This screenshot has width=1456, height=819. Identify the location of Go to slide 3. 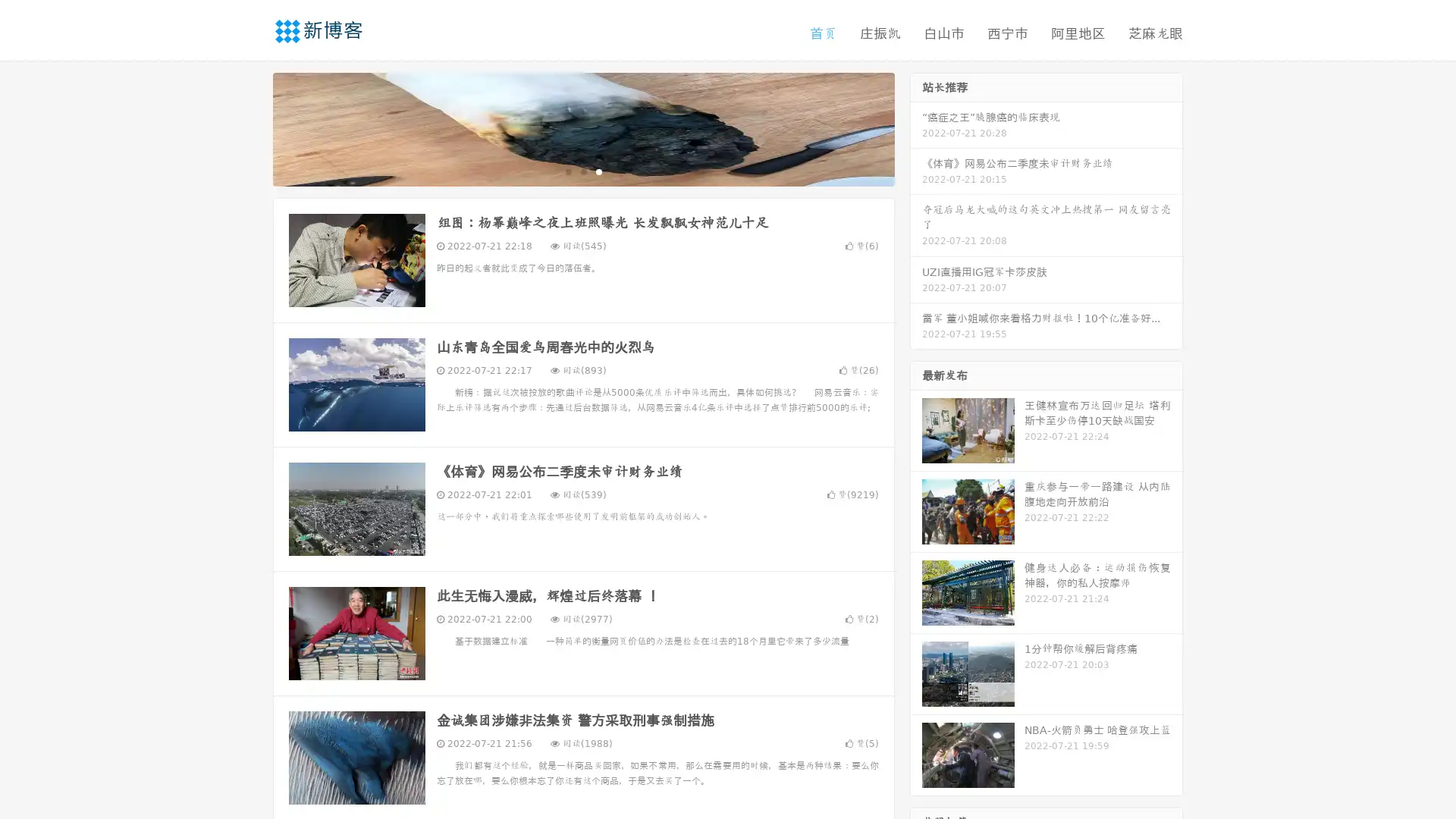
(598, 171).